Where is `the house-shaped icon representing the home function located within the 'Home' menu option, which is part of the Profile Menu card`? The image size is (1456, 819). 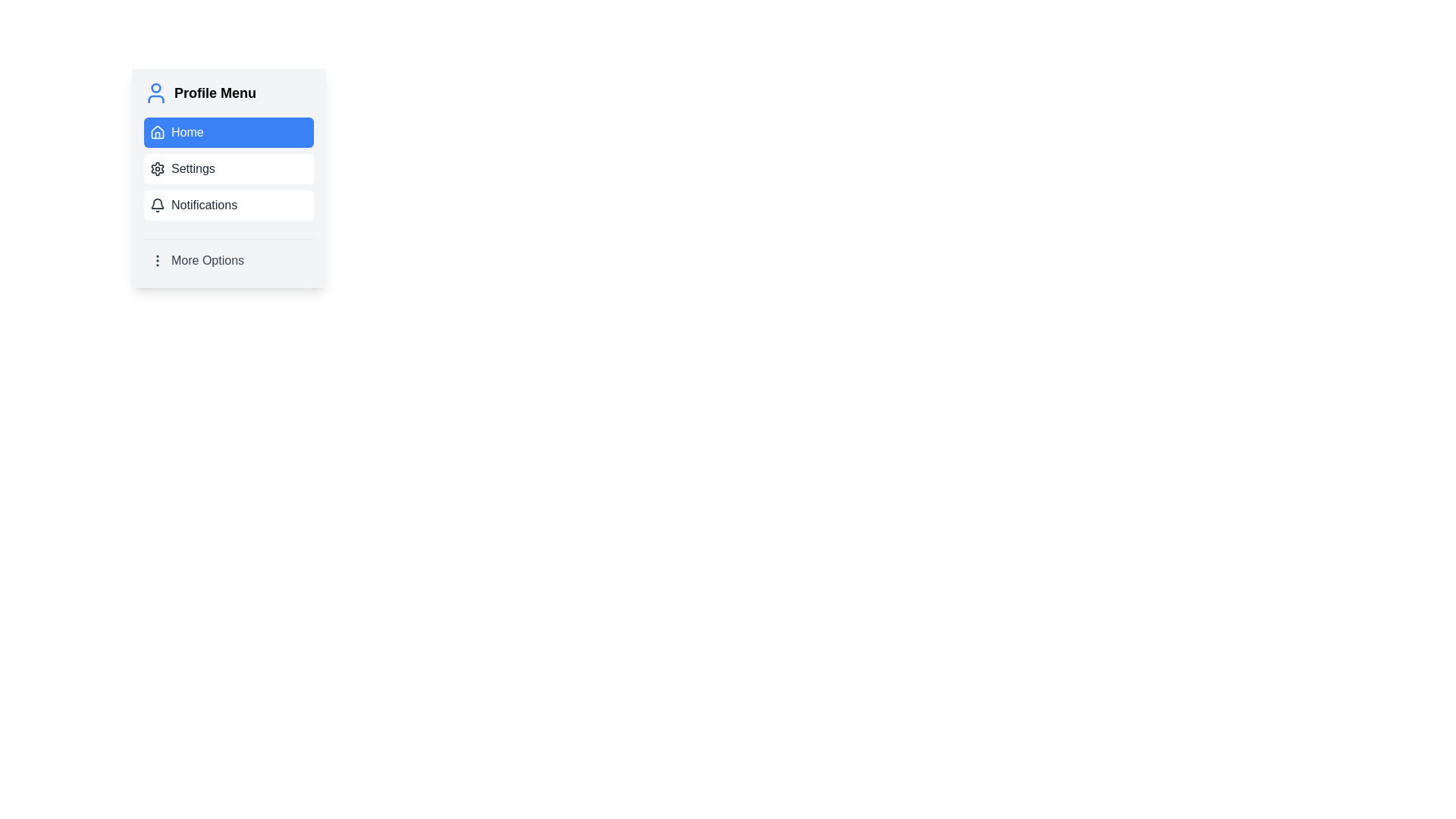 the house-shaped icon representing the home function located within the 'Home' menu option, which is part of the Profile Menu card is located at coordinates (157, 130).